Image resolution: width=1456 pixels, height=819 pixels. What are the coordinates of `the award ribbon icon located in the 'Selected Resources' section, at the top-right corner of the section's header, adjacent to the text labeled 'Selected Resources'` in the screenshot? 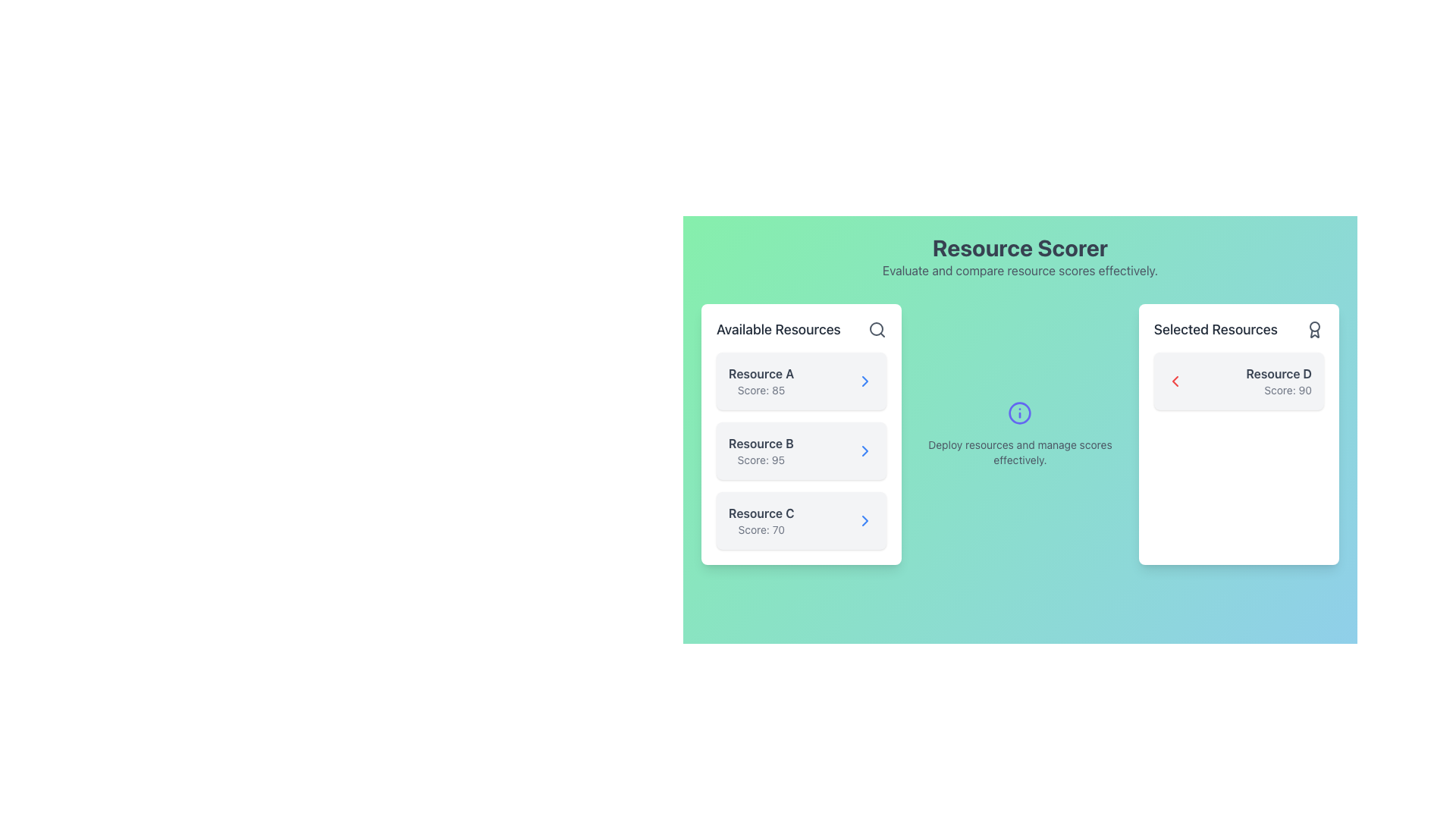 It's located at (1313, 329).